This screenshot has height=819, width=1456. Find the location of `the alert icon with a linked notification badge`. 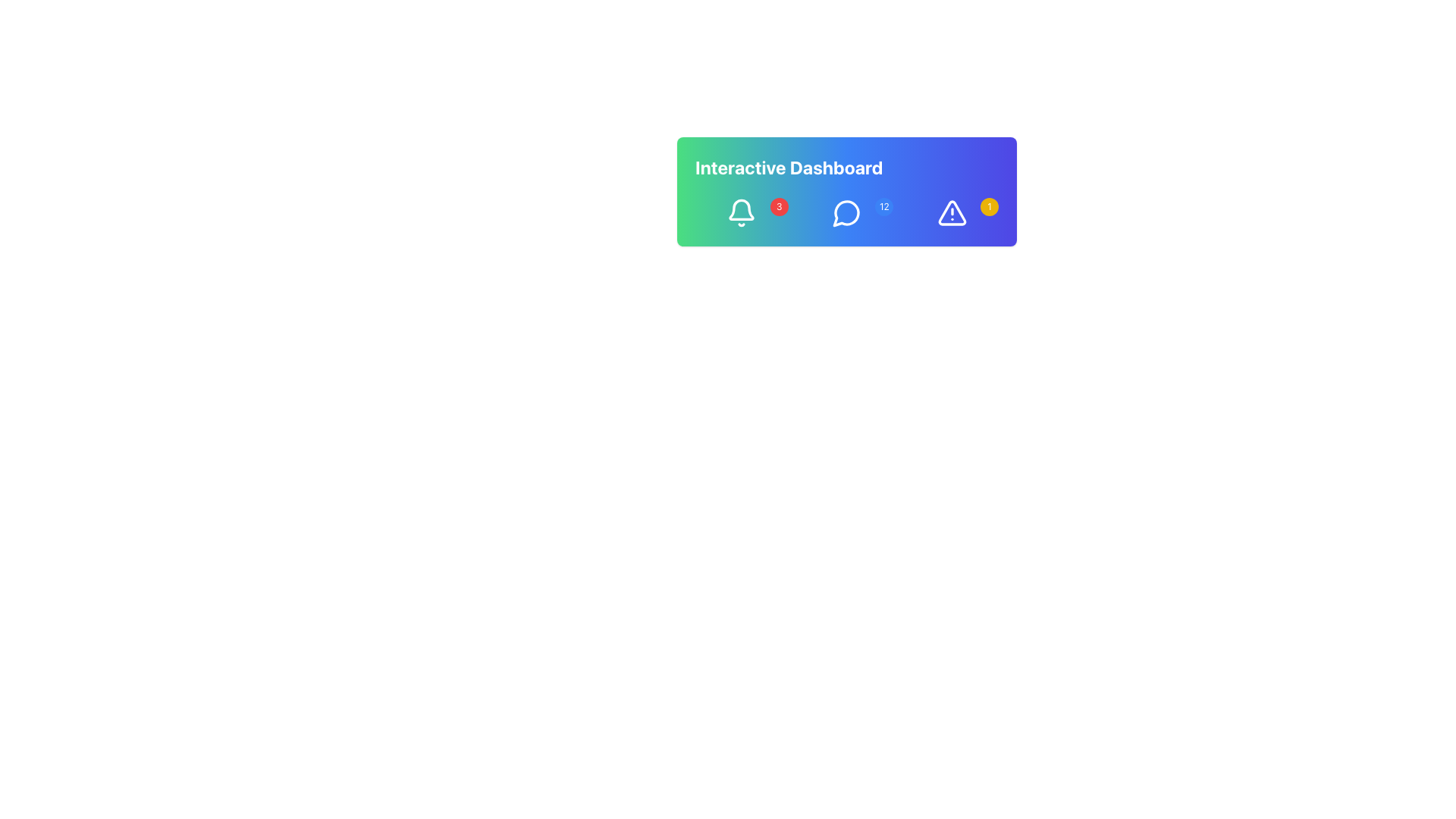

the alert icon with a linked notification badge is located at coordinates (951, 213).